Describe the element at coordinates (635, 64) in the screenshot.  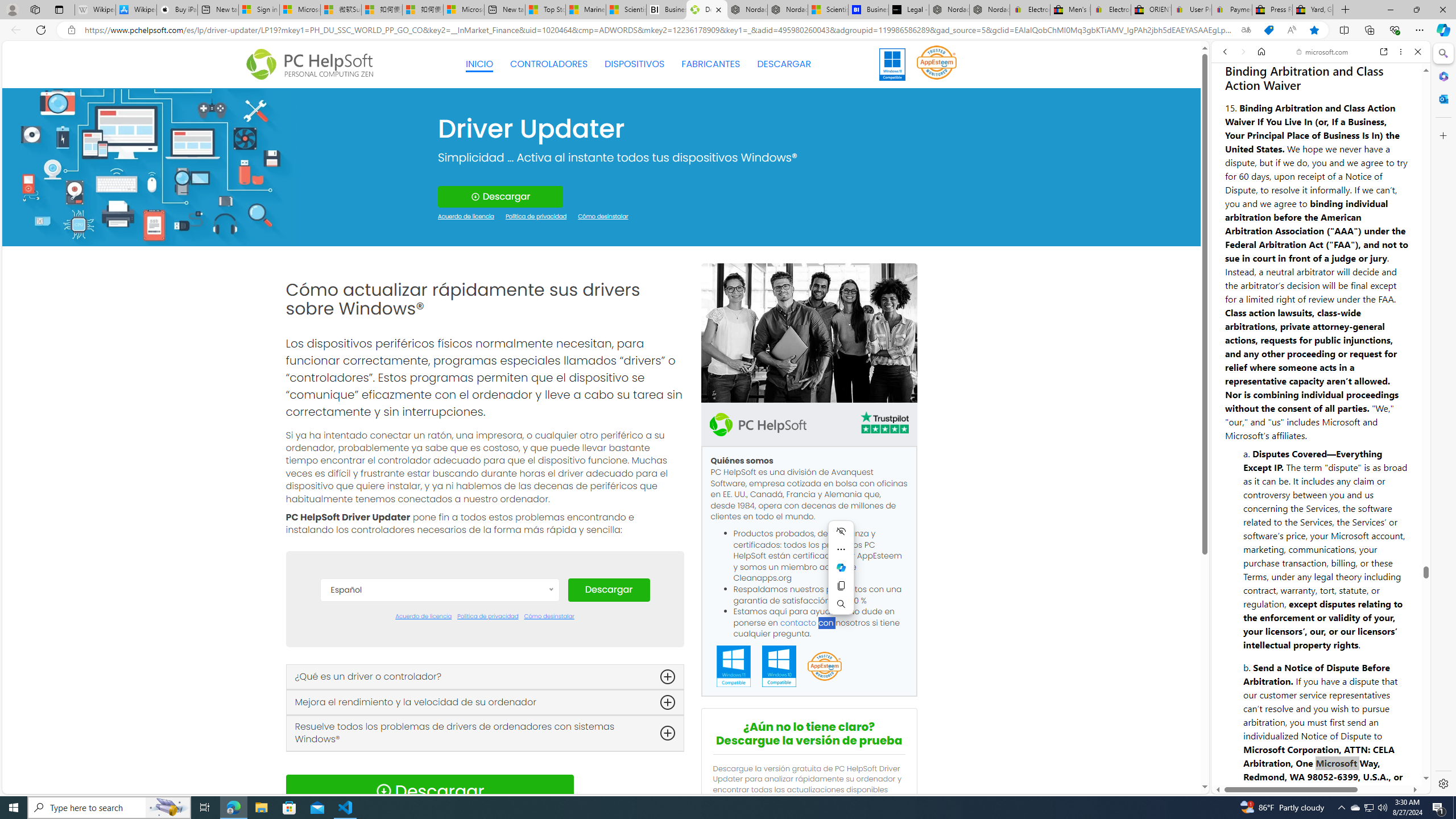
I see `'DISPOSITIVOS'` at that location.